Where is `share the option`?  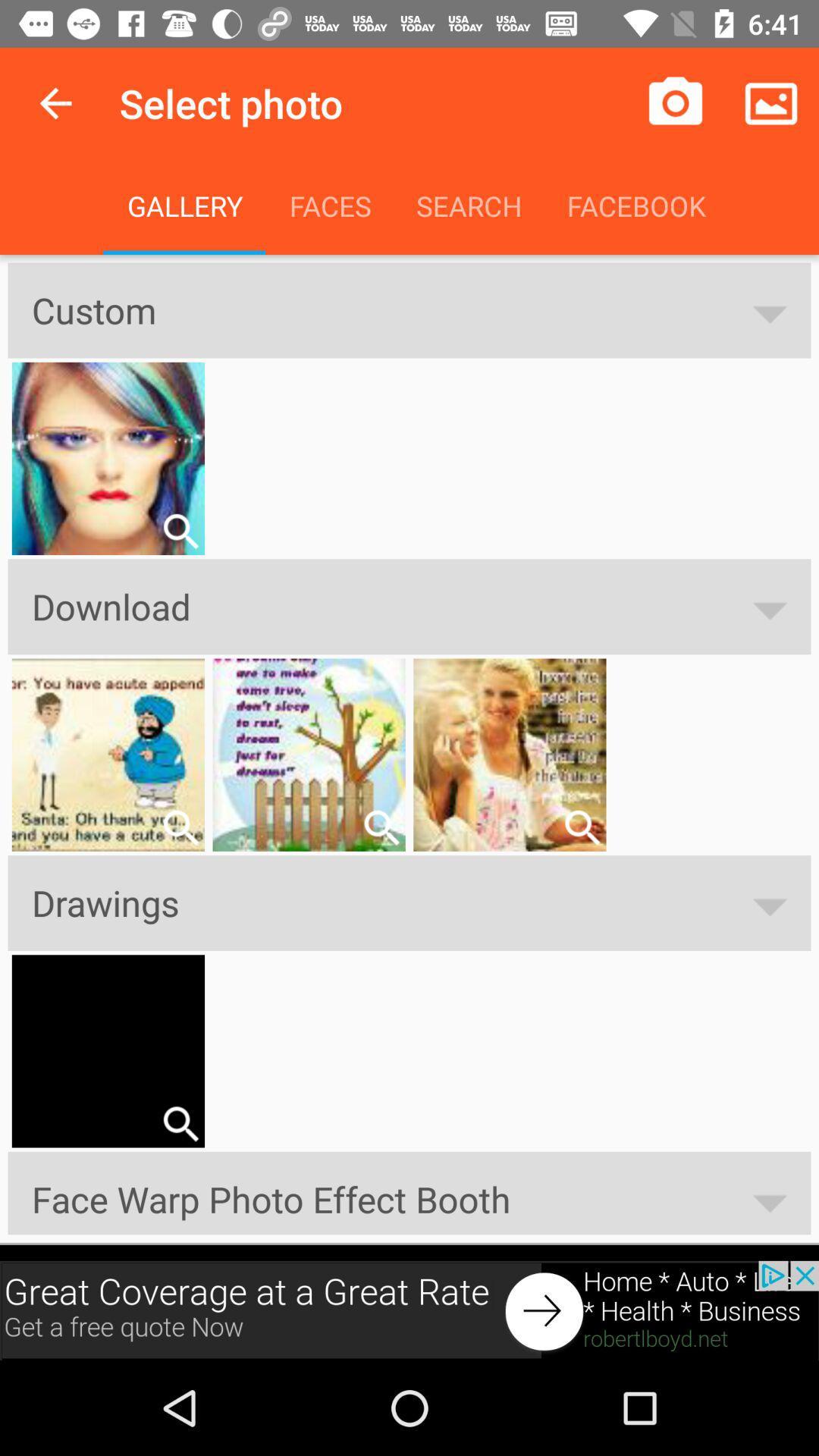
share the option is located at coordinates (180, 1124).